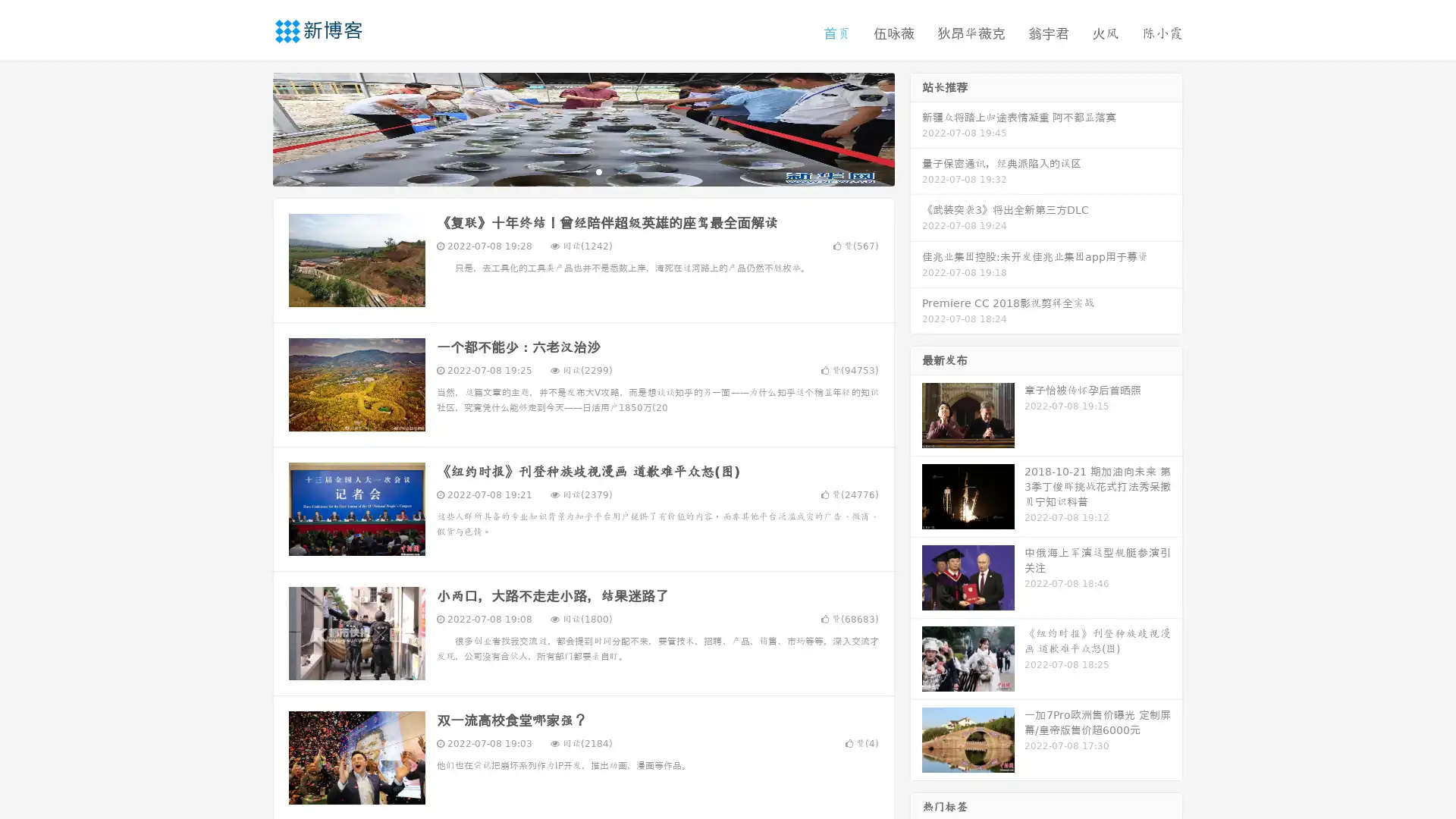  Describe the element at coordinates (567, 171) in the screenshot. I see `Go to slide 1` at that location.